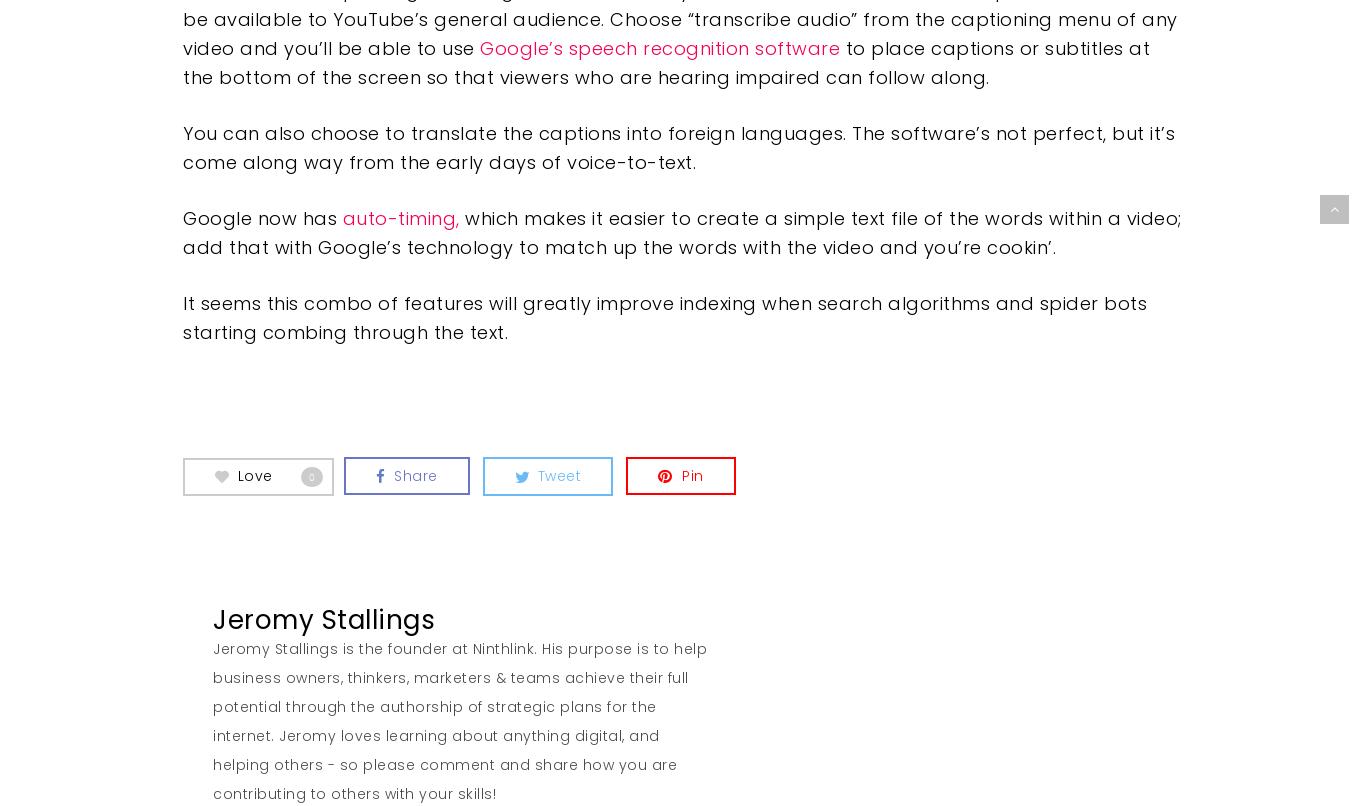 The height and width of the screenshot is (806, 1366). I want to click on 'to place captions or subtitles at the bottom of the screen so that viewers who are hearing impaired can follow along.', so click(665, 63).